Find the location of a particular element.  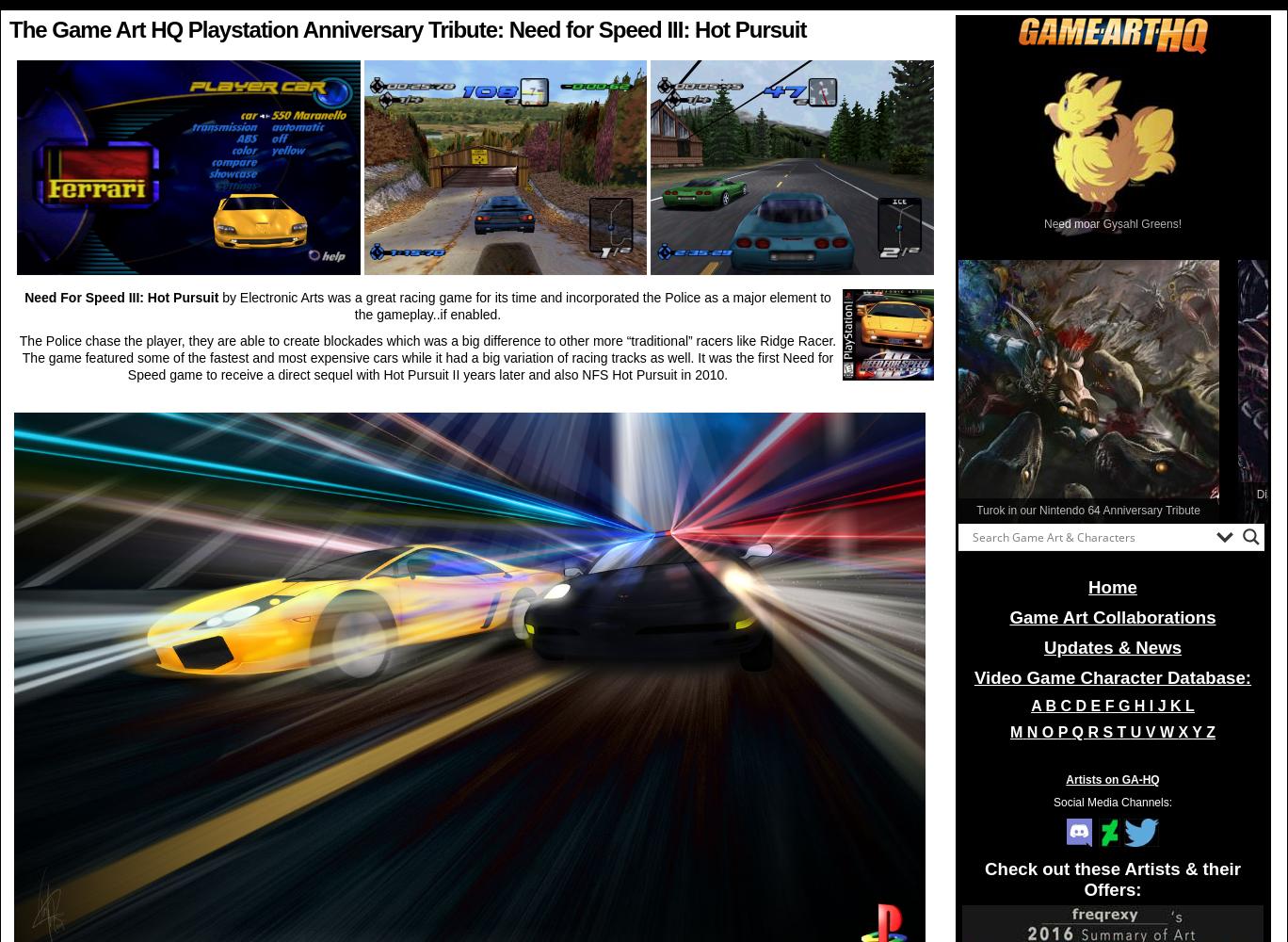

'Social Media Channels:' is located at coordinates (1112, 802).